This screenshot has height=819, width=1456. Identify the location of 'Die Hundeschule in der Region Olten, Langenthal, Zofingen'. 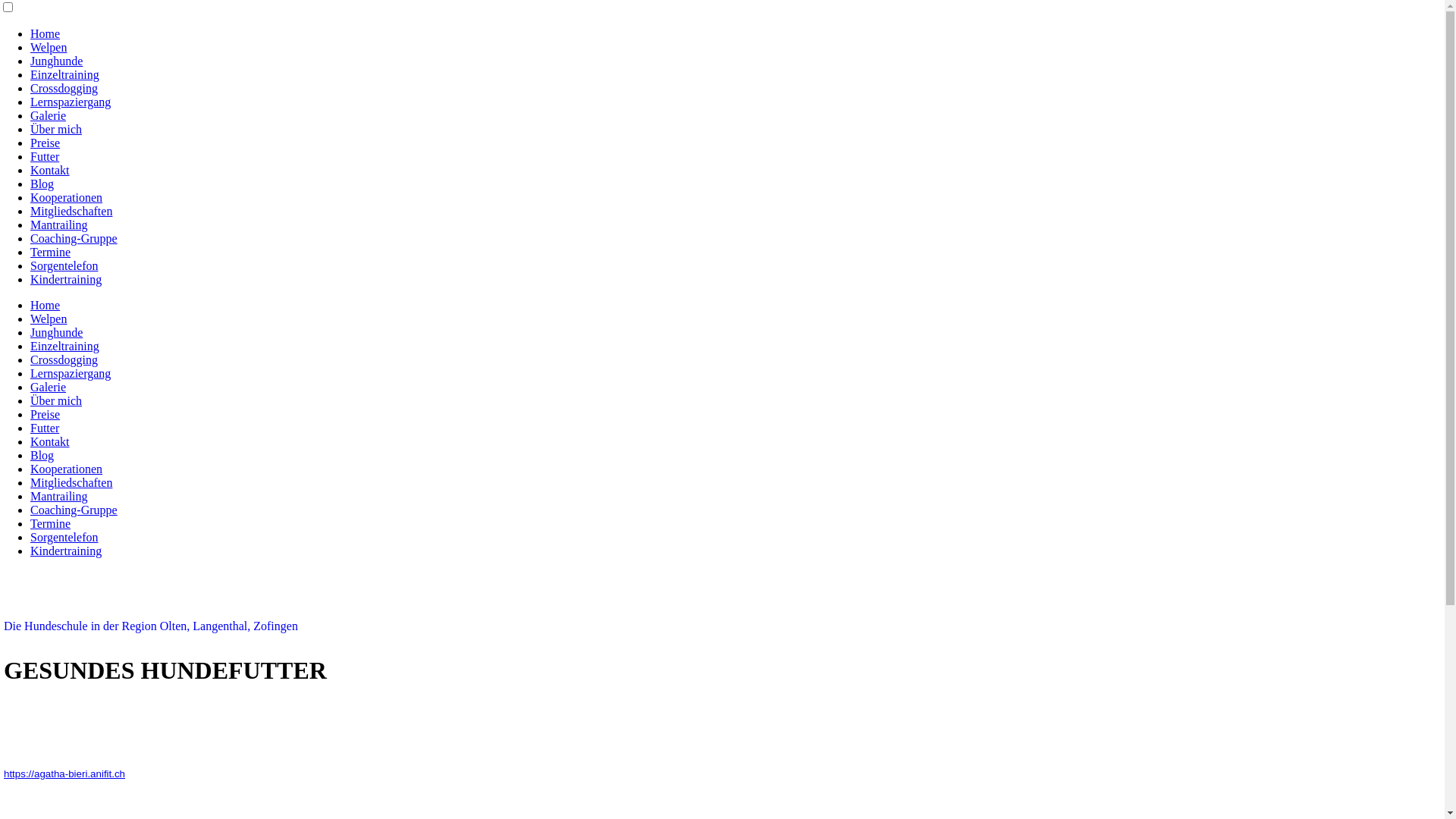
(150, 626).